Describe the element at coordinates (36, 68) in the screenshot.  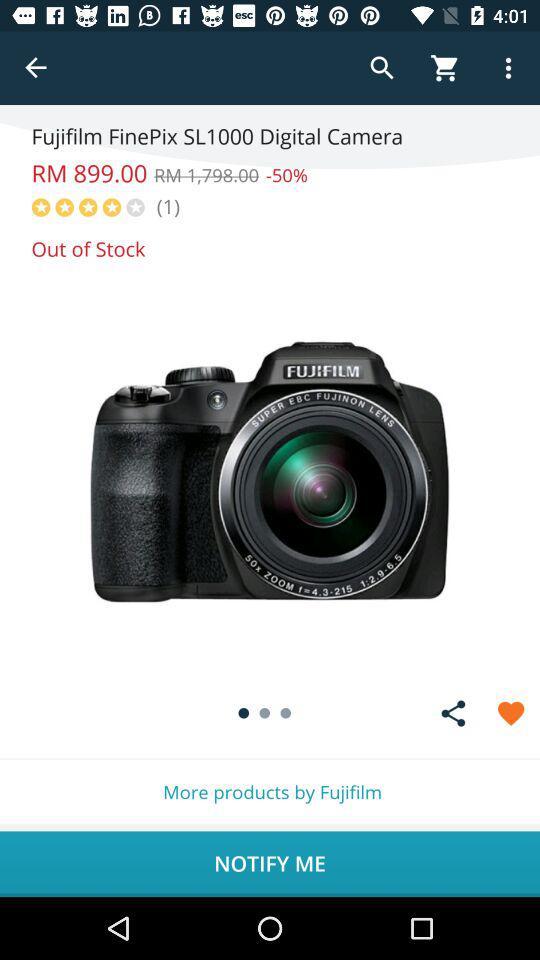
I see `previous` at that location.